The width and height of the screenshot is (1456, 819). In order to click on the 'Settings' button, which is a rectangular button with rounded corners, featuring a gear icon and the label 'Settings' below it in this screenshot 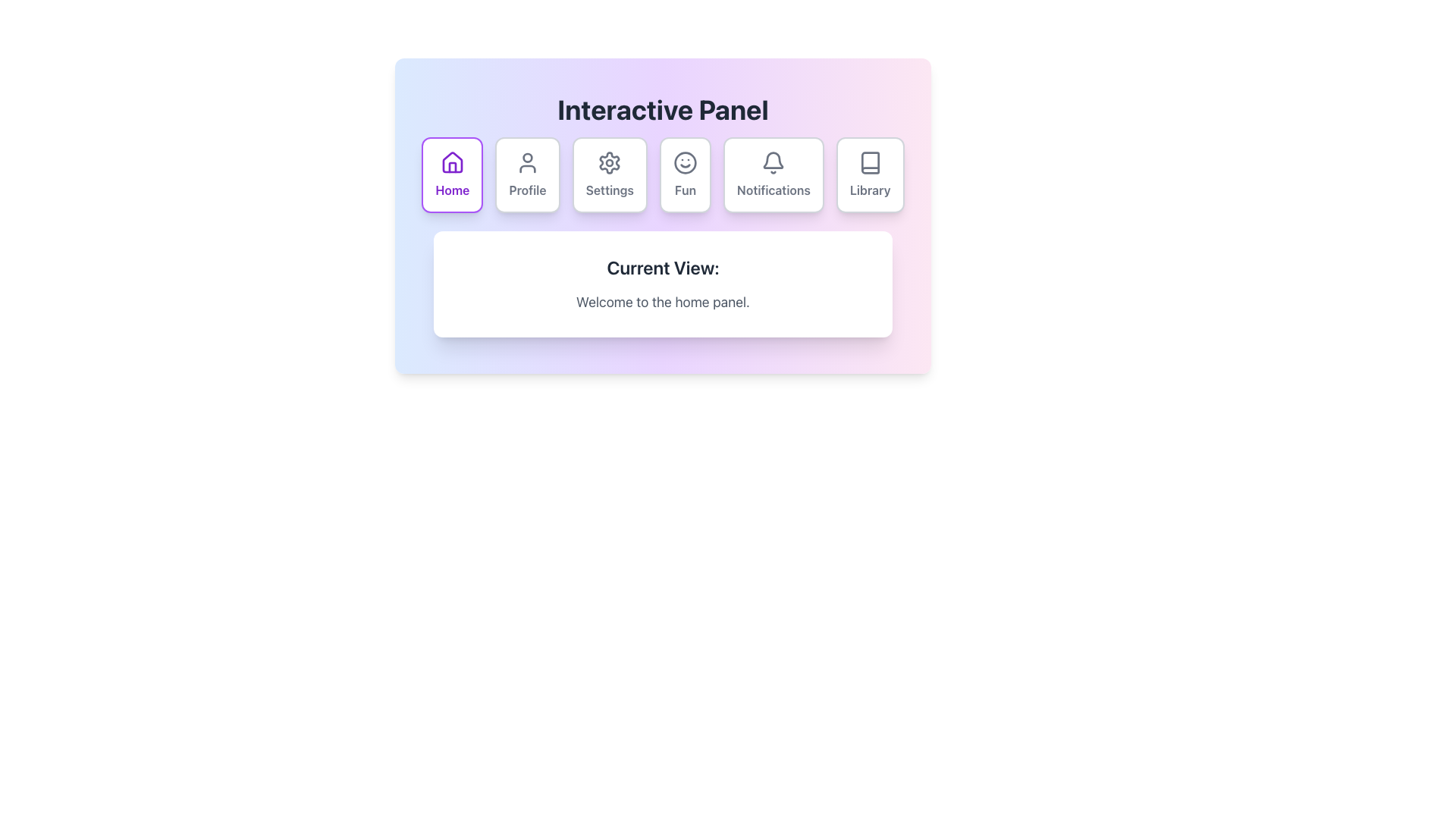, I will do `click(610, 174)`.